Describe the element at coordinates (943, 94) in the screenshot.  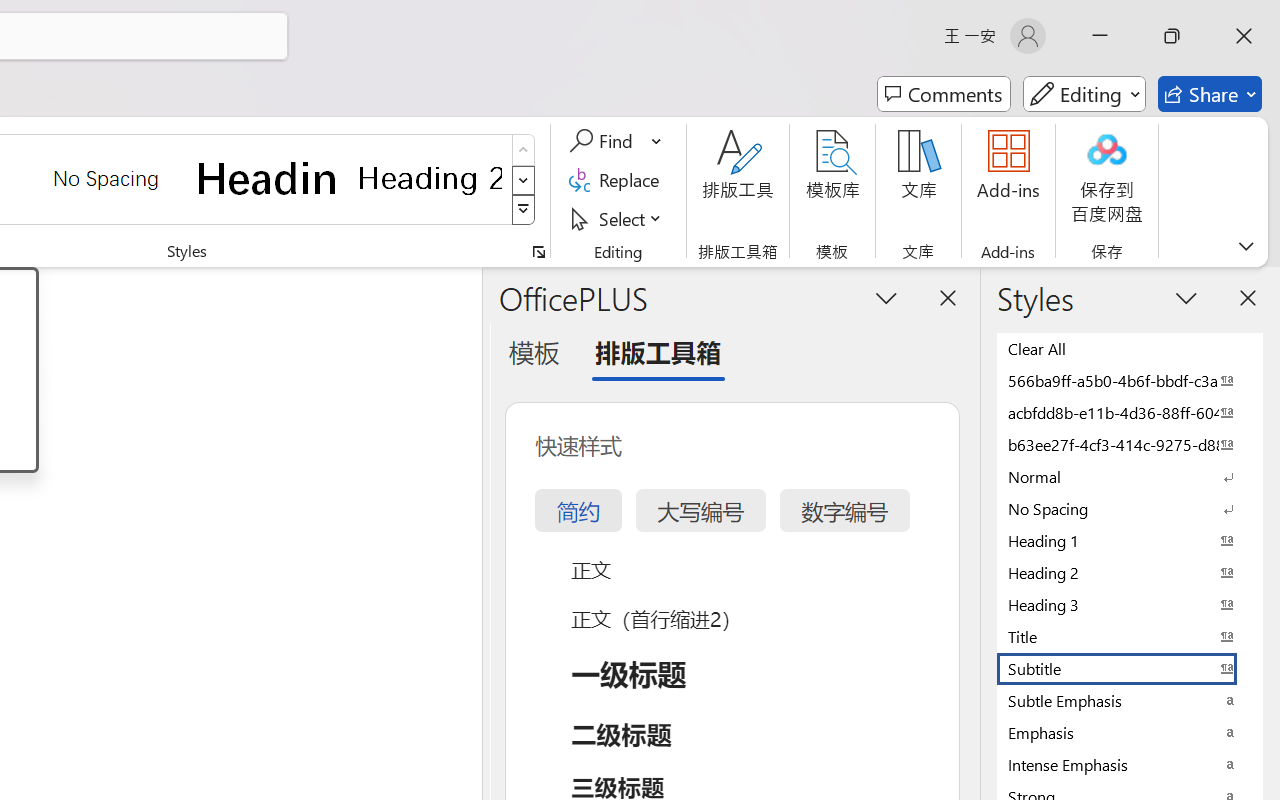
I see `'Comments'` at that location.